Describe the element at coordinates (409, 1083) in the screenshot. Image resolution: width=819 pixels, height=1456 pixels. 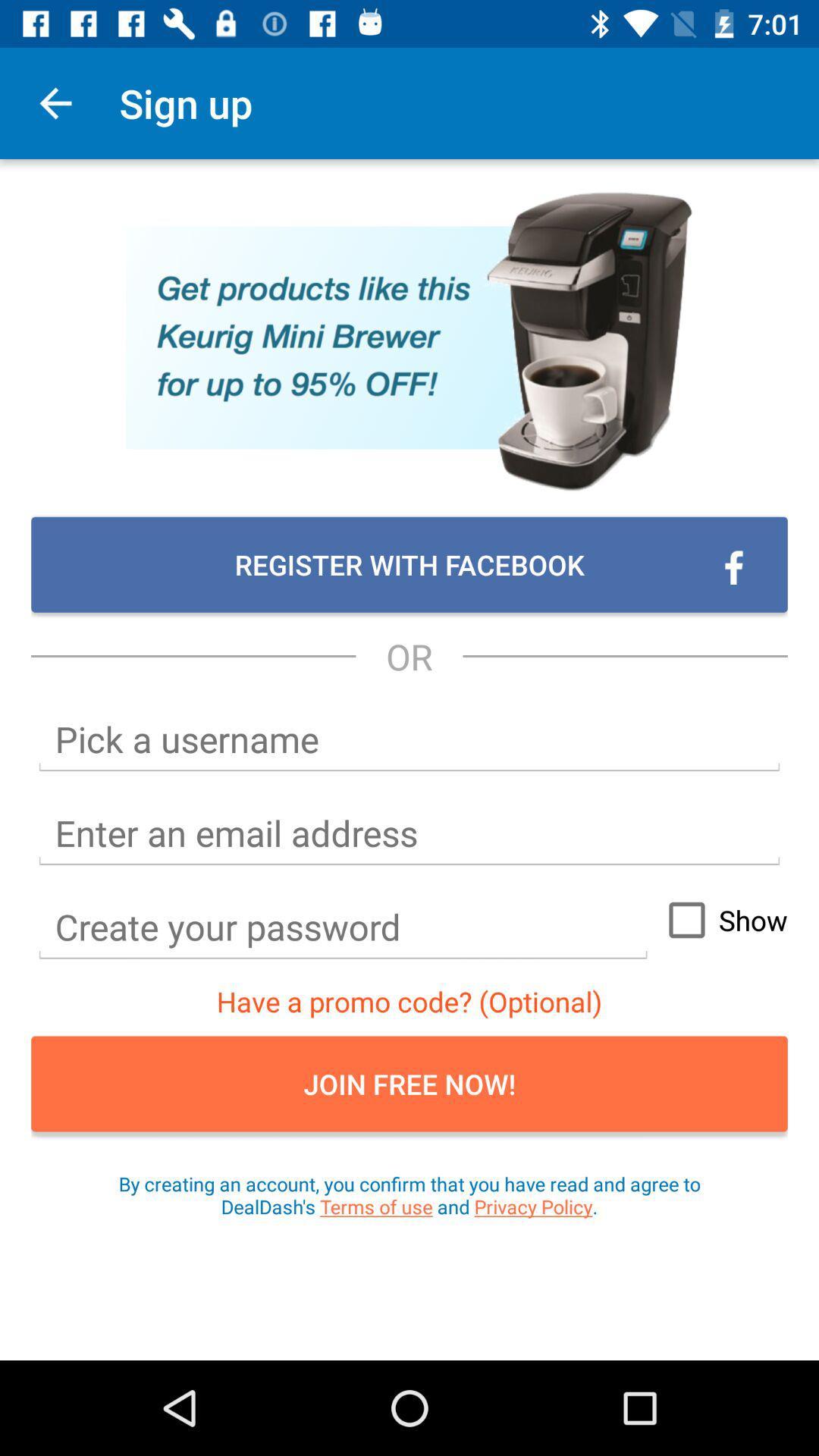
I see `the item below have a promo item` at that location.